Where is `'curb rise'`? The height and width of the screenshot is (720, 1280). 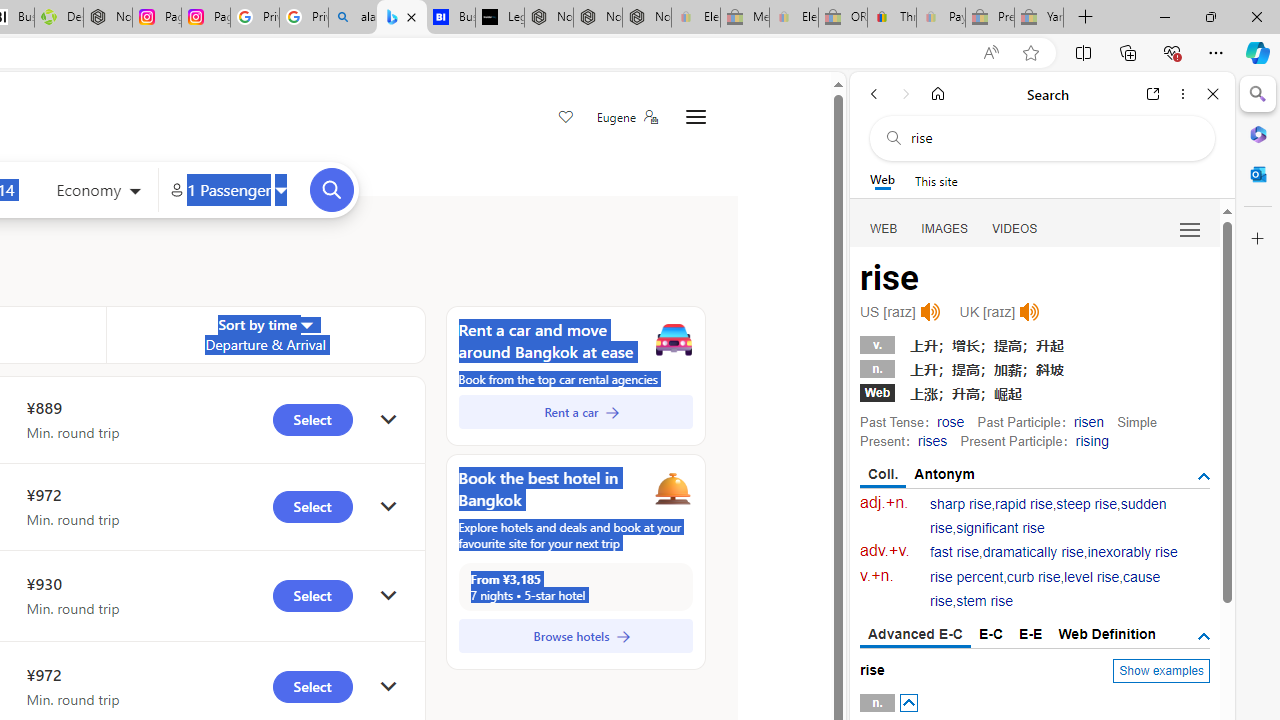
'curb rise' is located at coordinates (1033, 577).